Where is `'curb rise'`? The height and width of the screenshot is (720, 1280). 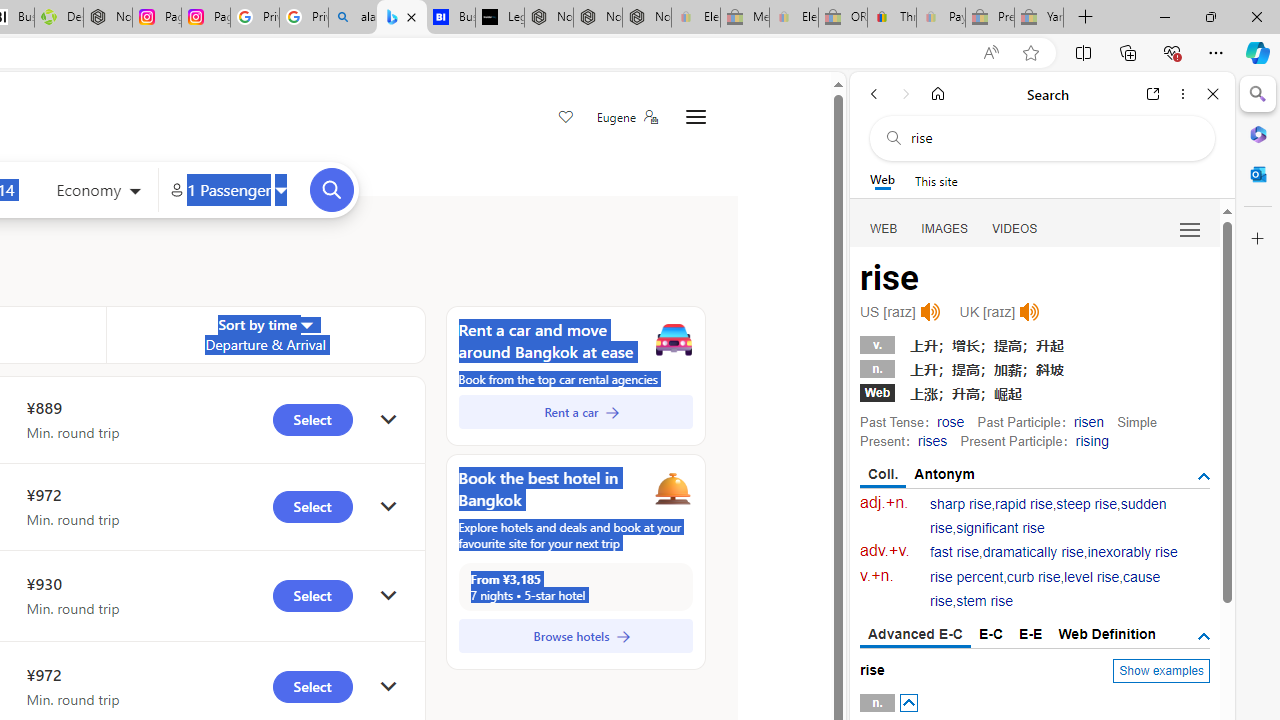
'curb rise' is located at coordinates (1033, 577).